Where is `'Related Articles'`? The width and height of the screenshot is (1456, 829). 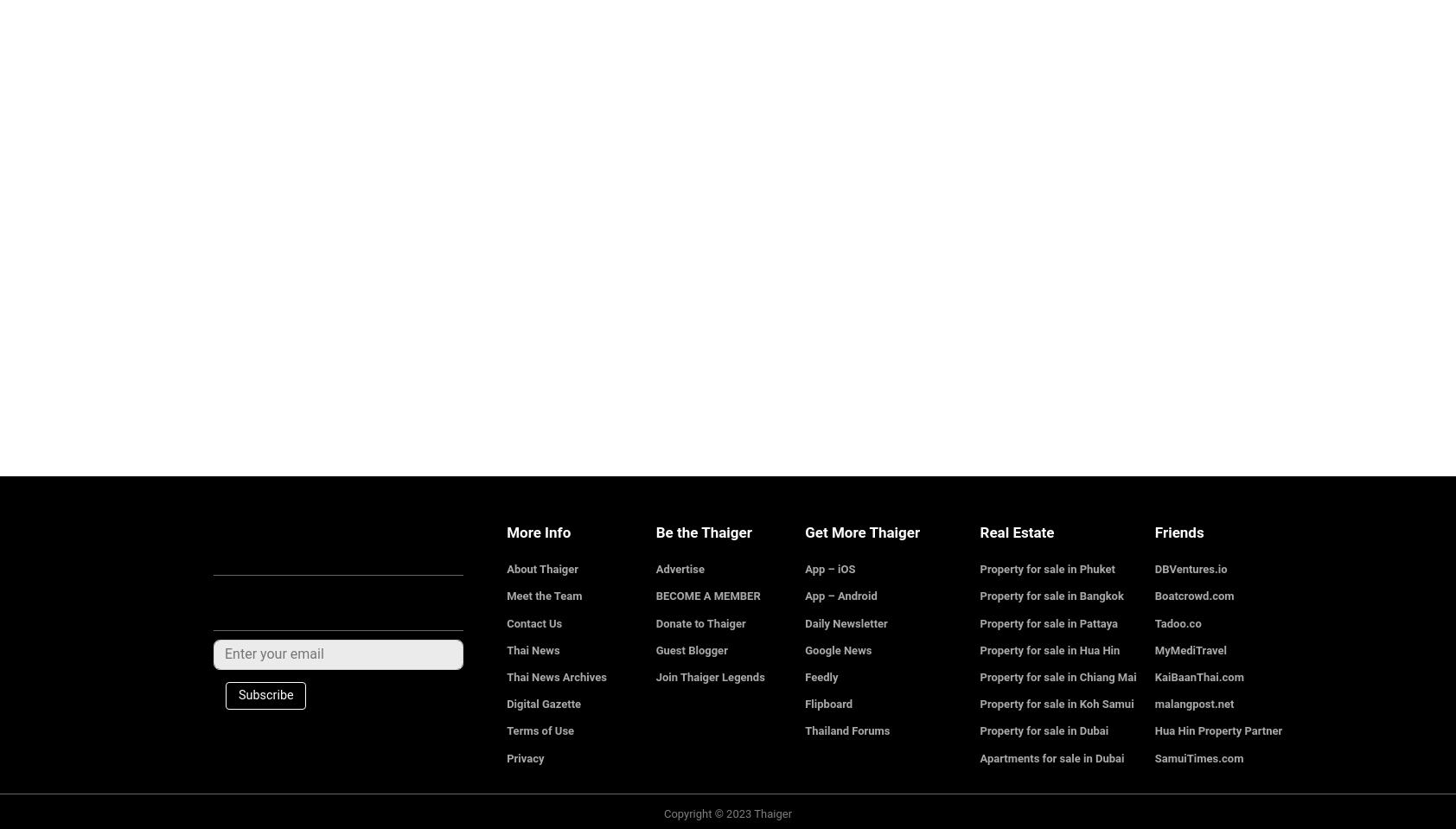 'Related Articles' is located at coordinates (269, 21).